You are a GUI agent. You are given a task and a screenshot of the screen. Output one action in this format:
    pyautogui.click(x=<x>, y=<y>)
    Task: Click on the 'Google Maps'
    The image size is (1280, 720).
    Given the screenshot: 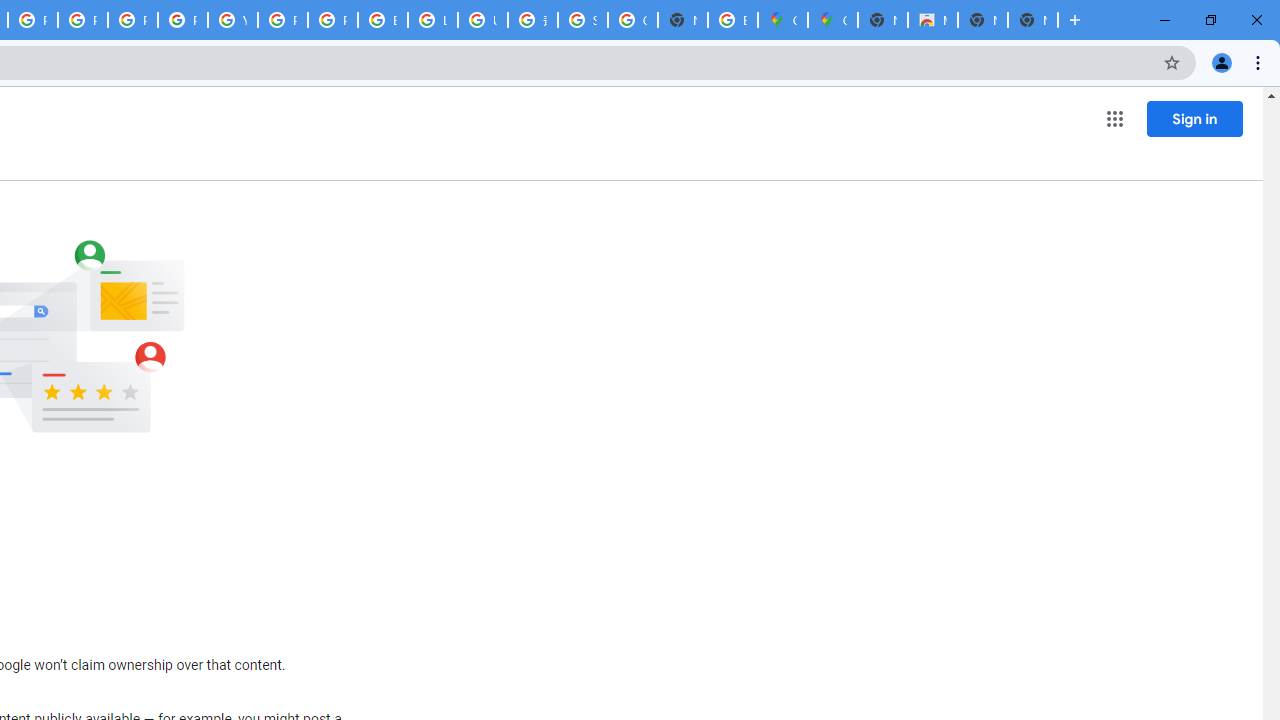 What is the action you would take?
    pyautogui.click(x=832, y=20)
    